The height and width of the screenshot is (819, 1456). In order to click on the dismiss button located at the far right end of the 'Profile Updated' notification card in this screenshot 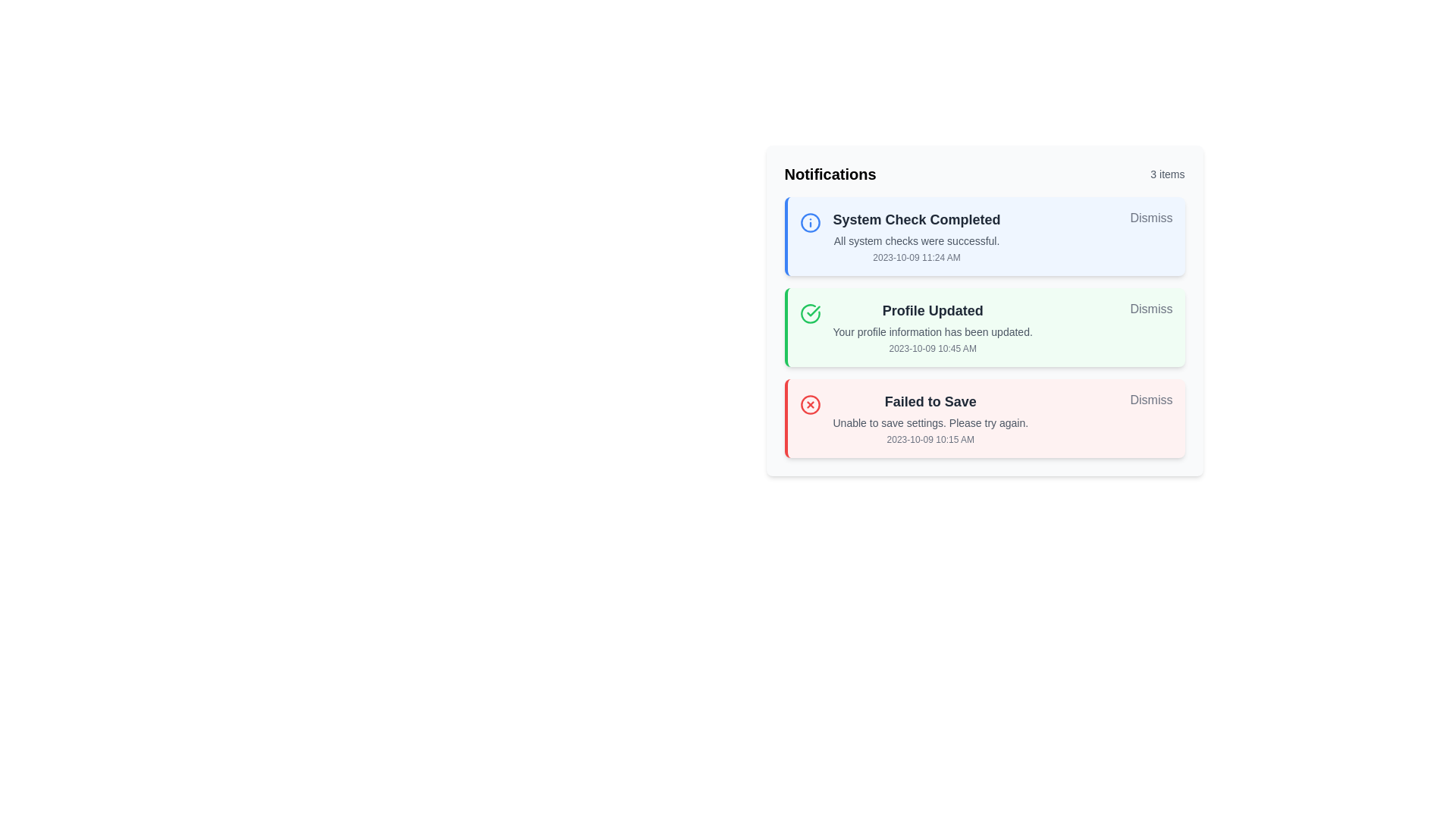, I will do `click(1151, 309)`.